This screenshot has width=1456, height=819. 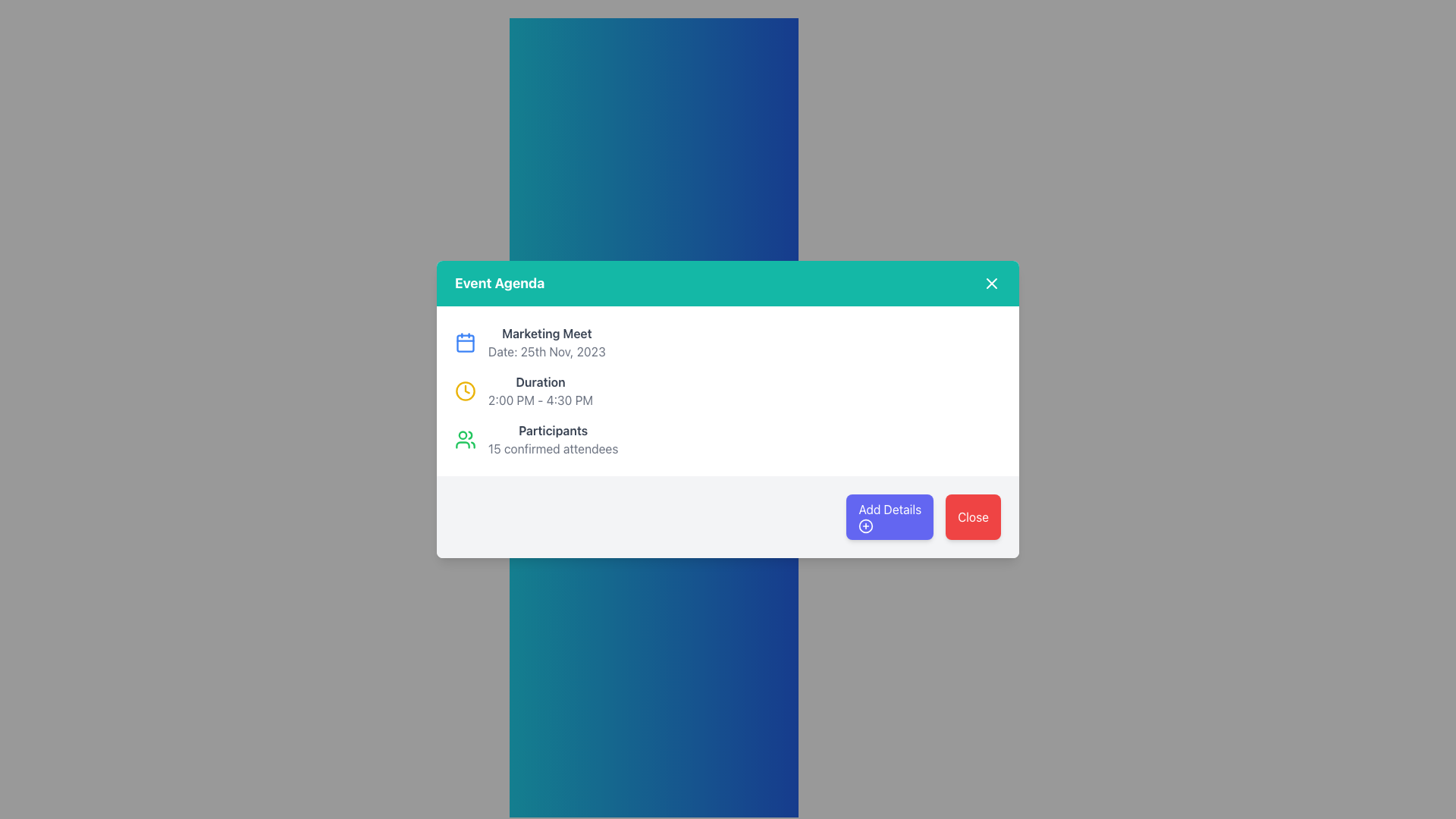 I want to click on the decorative rounded rectangle inside the calendar icon, which is located to the left of the 'Marketing Meet' agenda text in the Event Agenda dialog, so click(x=465, y=343).